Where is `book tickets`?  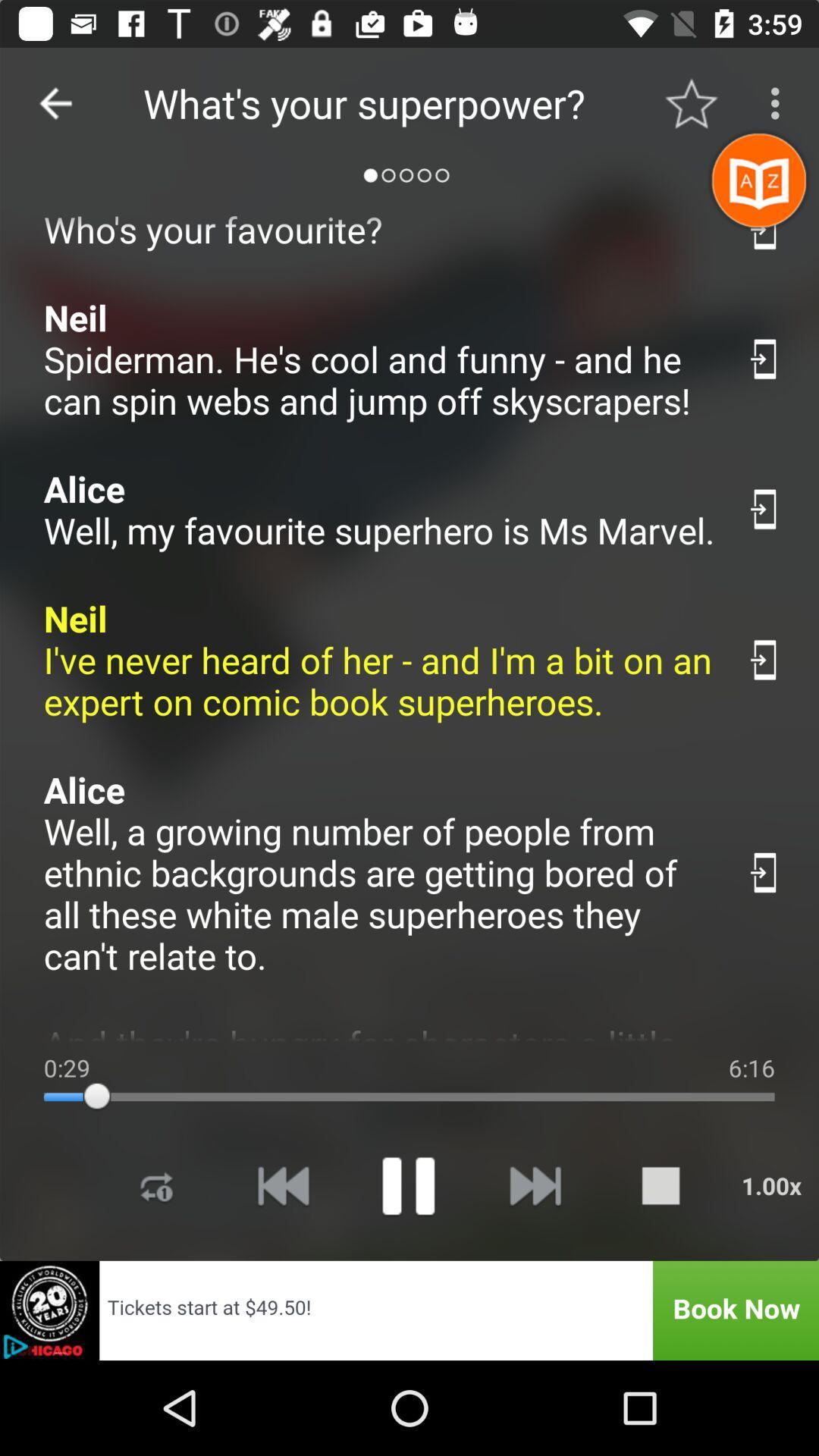 book tickets is located at coordinates (409, 1310).